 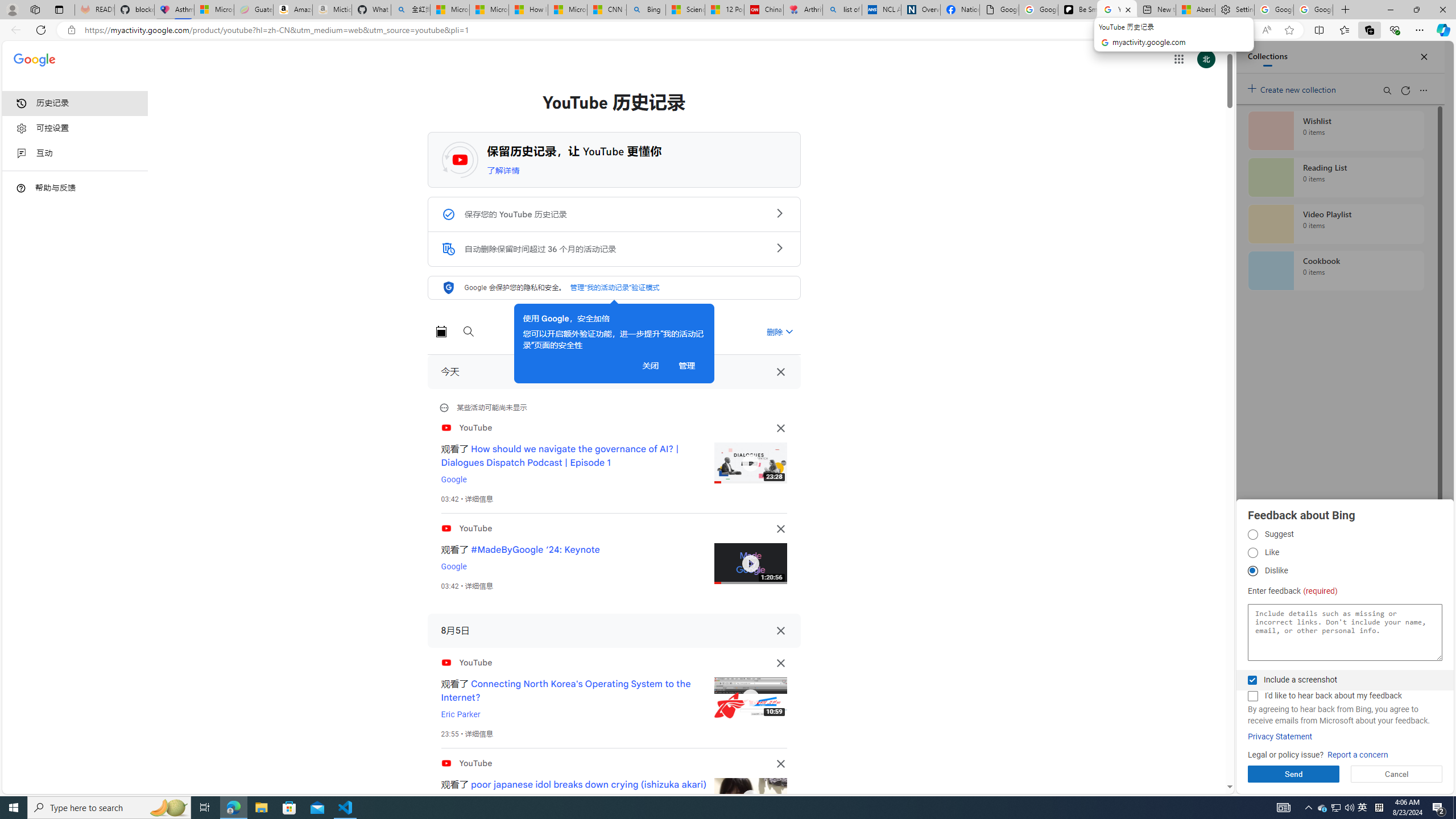 What do you see at coordinates (1194, 9) in the screenshot?
I see `'Aberdeen, Hong Kong SAR hourly forecast | Microsoft Weather'` at bounding box center [1194, 9].